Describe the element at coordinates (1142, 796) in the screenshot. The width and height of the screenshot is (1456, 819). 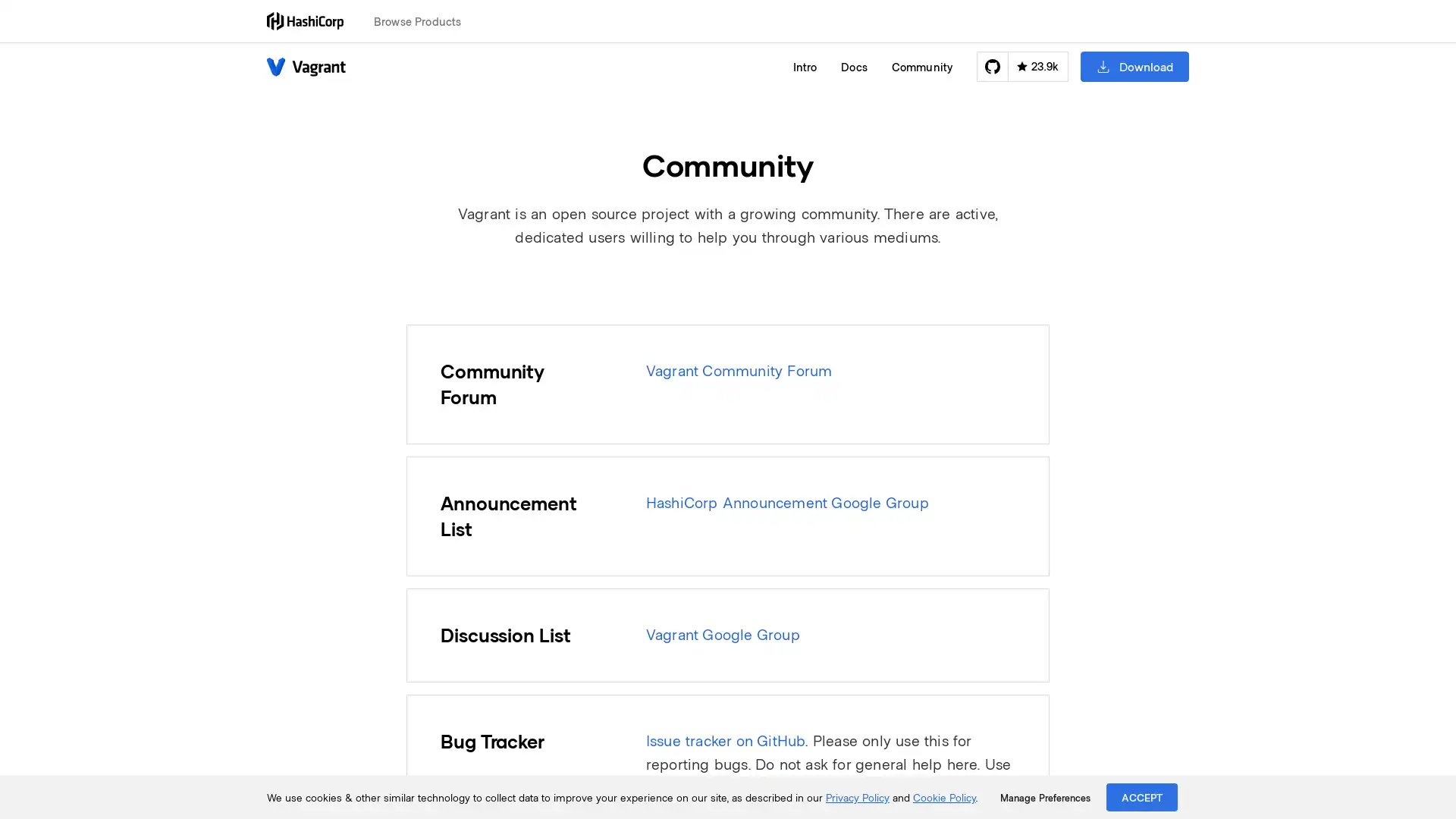
I see `ACCEPT` at that location.